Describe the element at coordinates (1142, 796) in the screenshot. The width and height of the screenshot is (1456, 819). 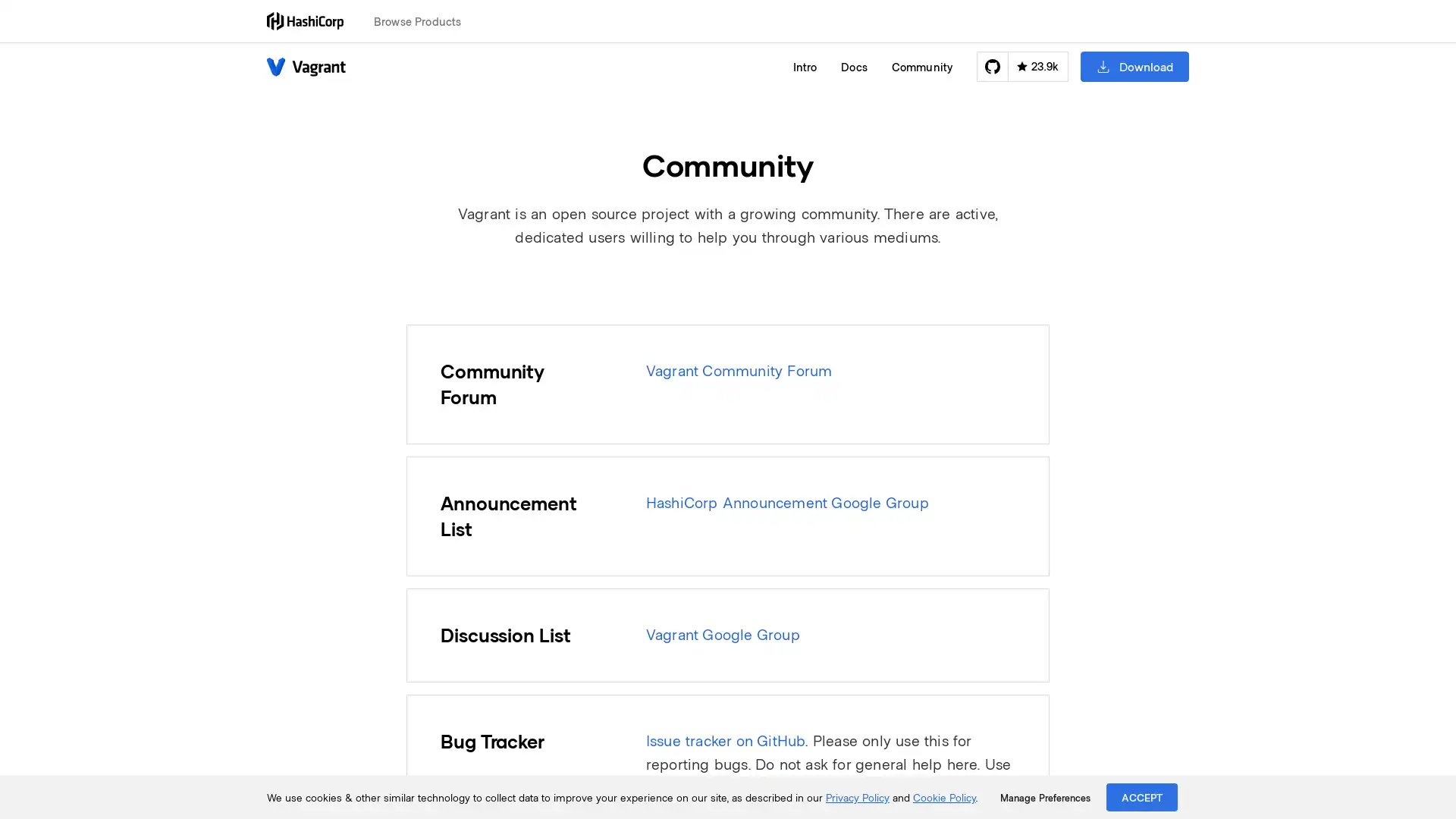
I see `ACCEPT` at that location.